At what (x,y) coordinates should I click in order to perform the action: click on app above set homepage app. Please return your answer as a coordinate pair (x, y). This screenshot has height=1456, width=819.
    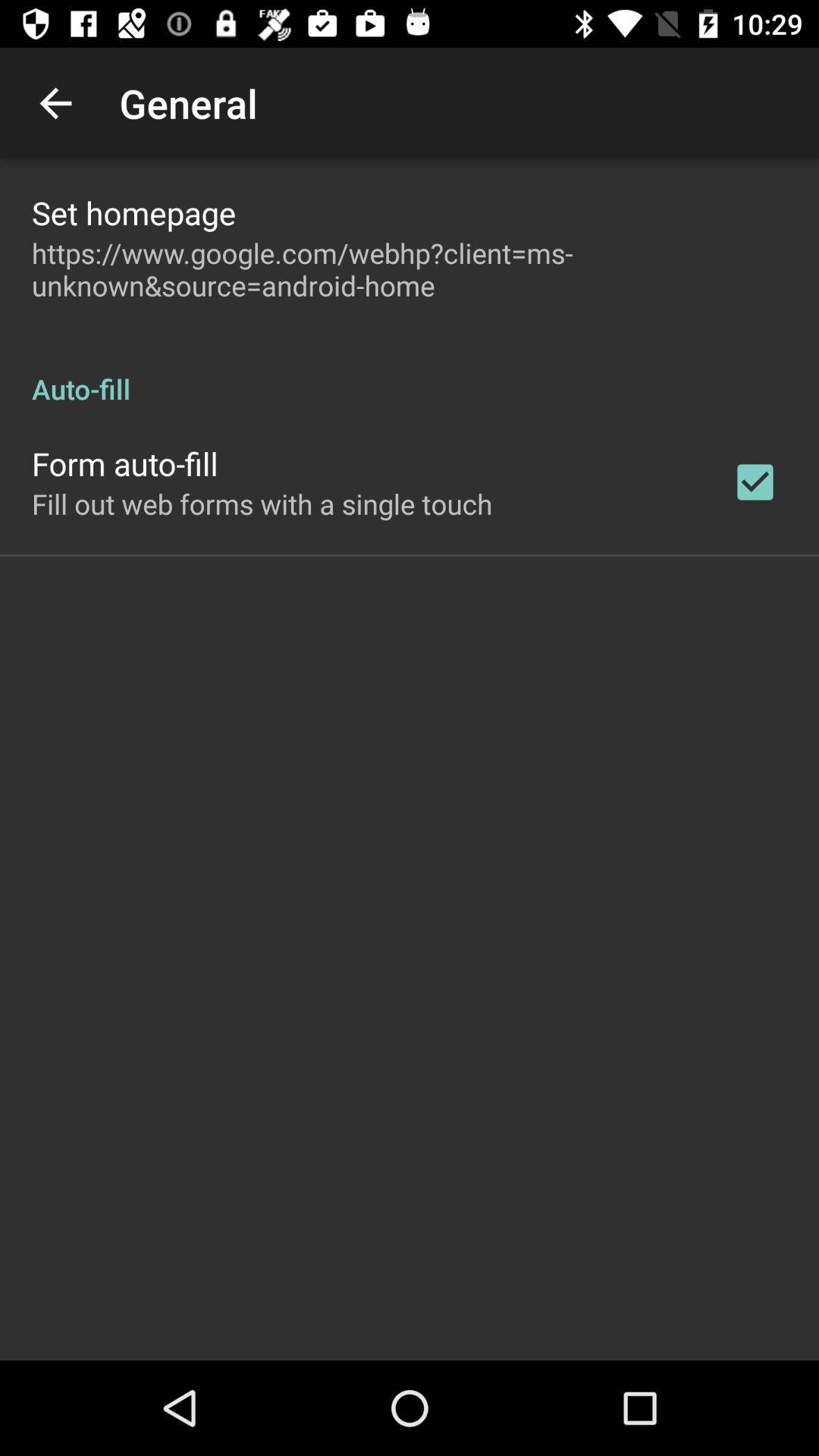
    Looking at the image, I should click on (55, 102).